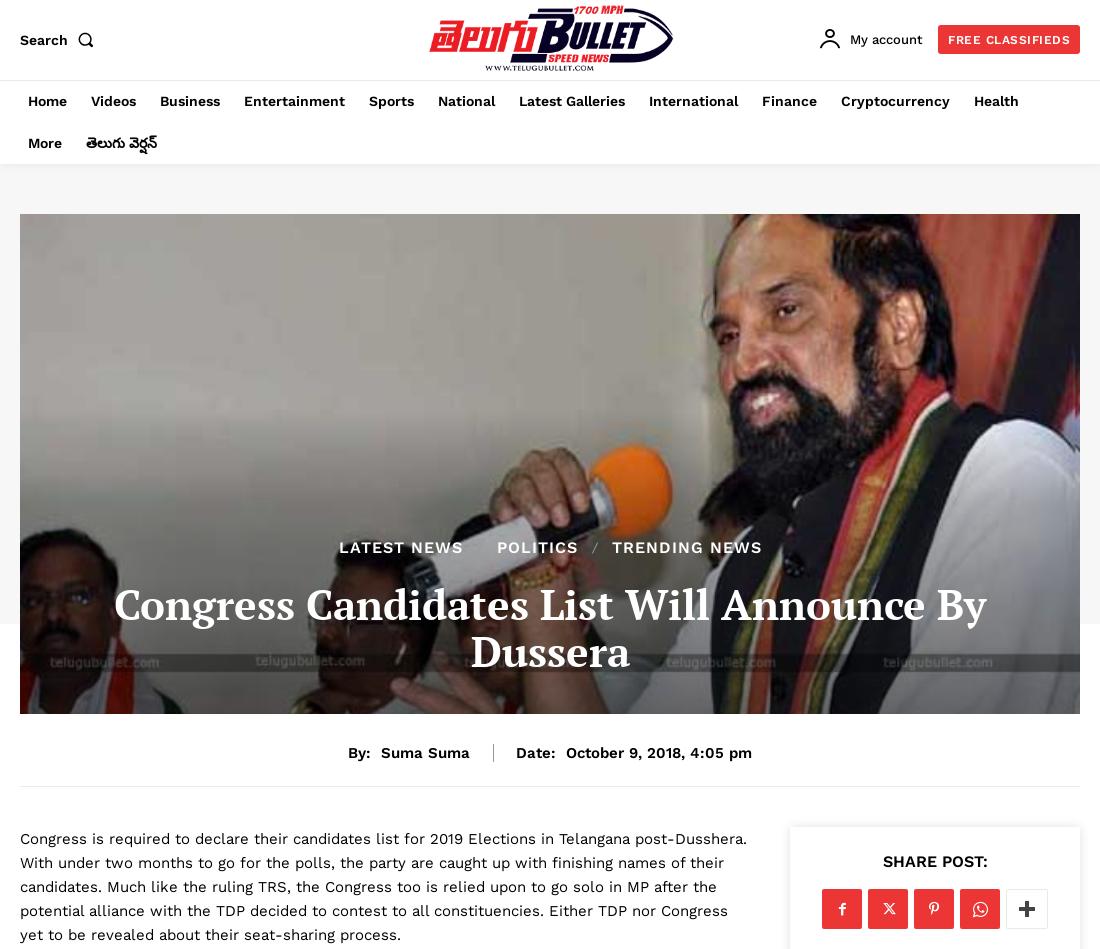 The height and width of the screenshot is (949, 1100). What do you see at coordinates (359, 751) in the screenshot?
I see `'By:'` at bounding box center [359, 751].